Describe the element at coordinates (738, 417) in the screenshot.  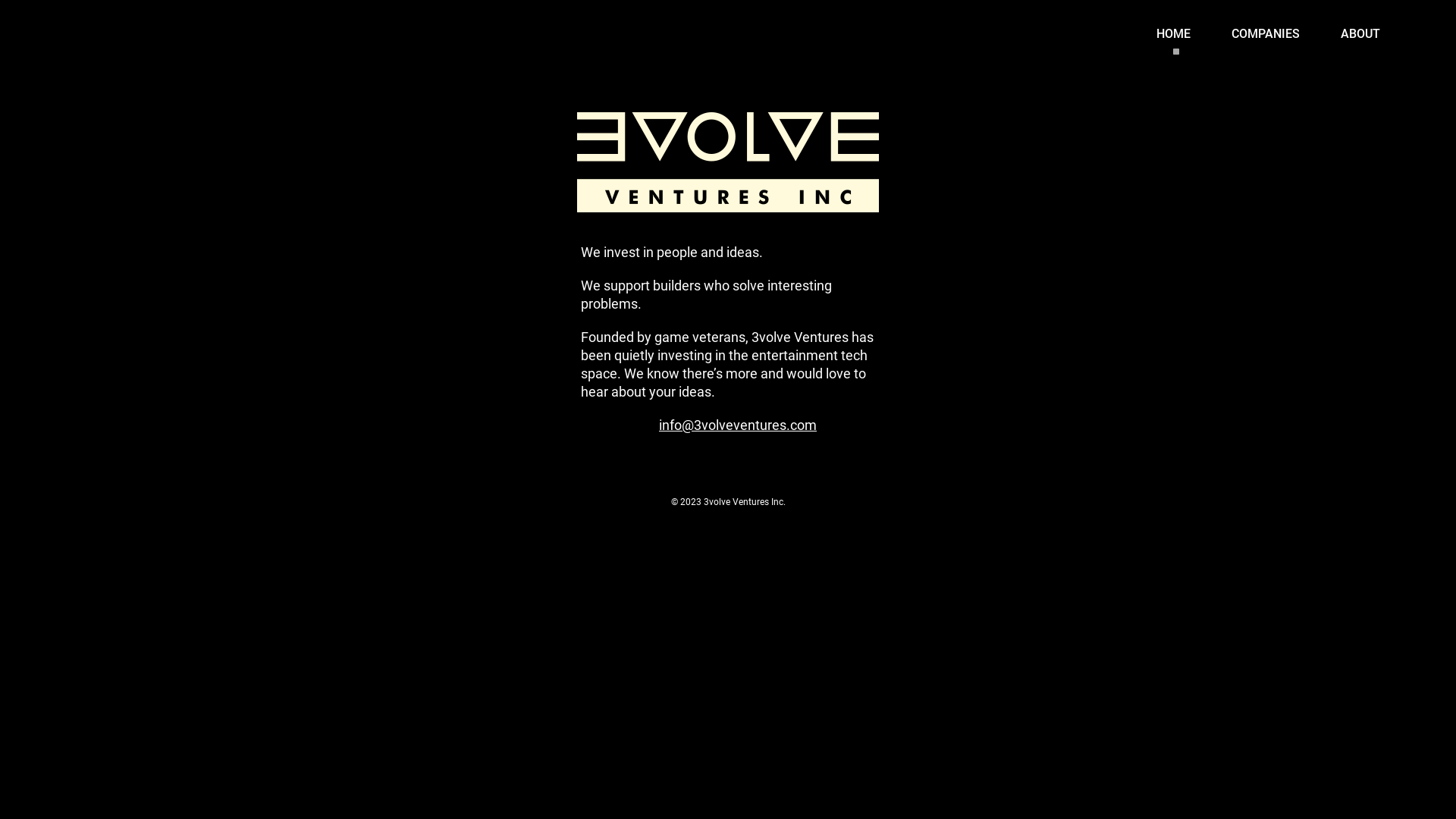
I see `'info@3volveventures.com'` at that location.